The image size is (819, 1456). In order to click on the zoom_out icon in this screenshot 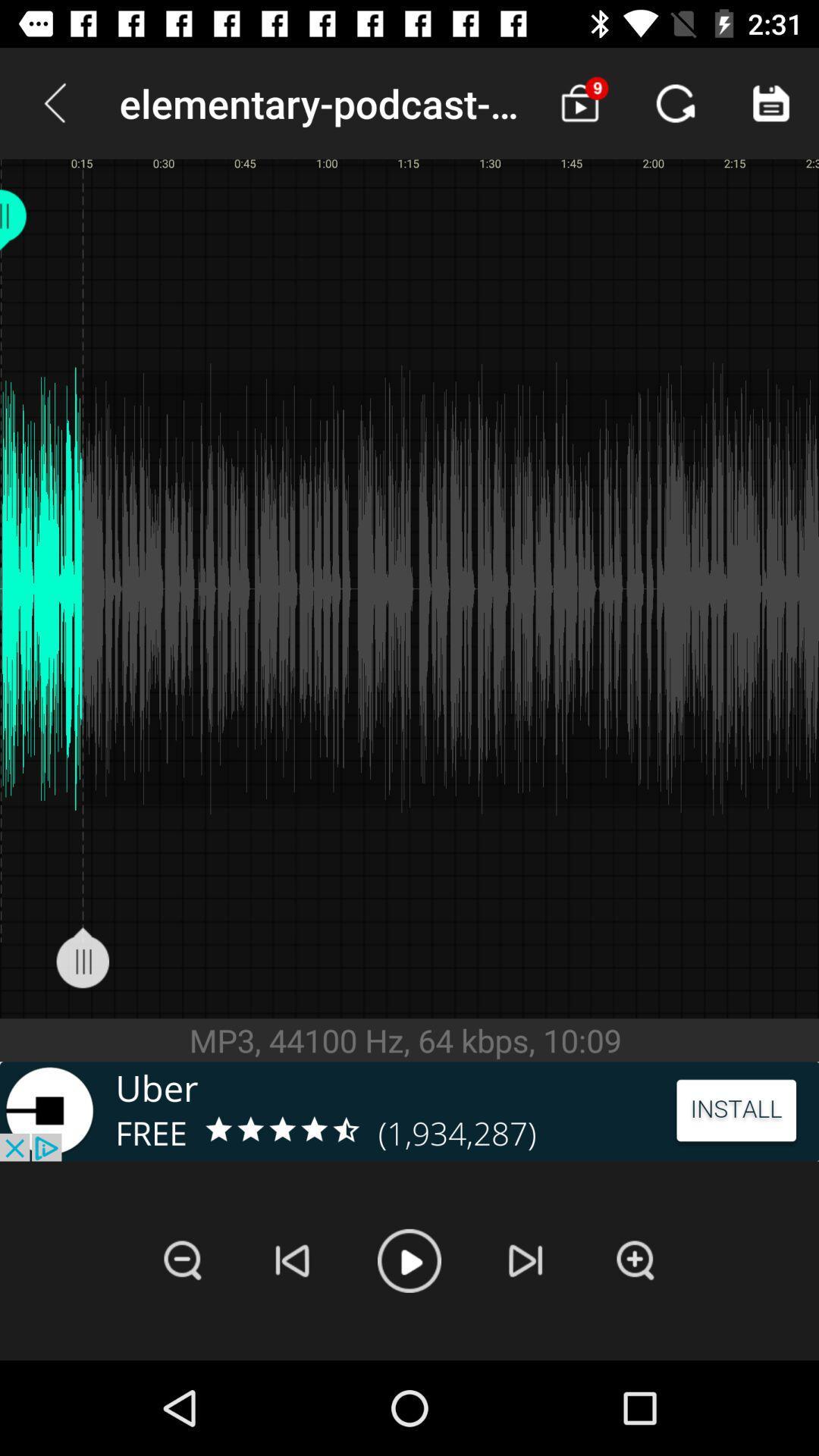, I will do `click(182, 1260)`.